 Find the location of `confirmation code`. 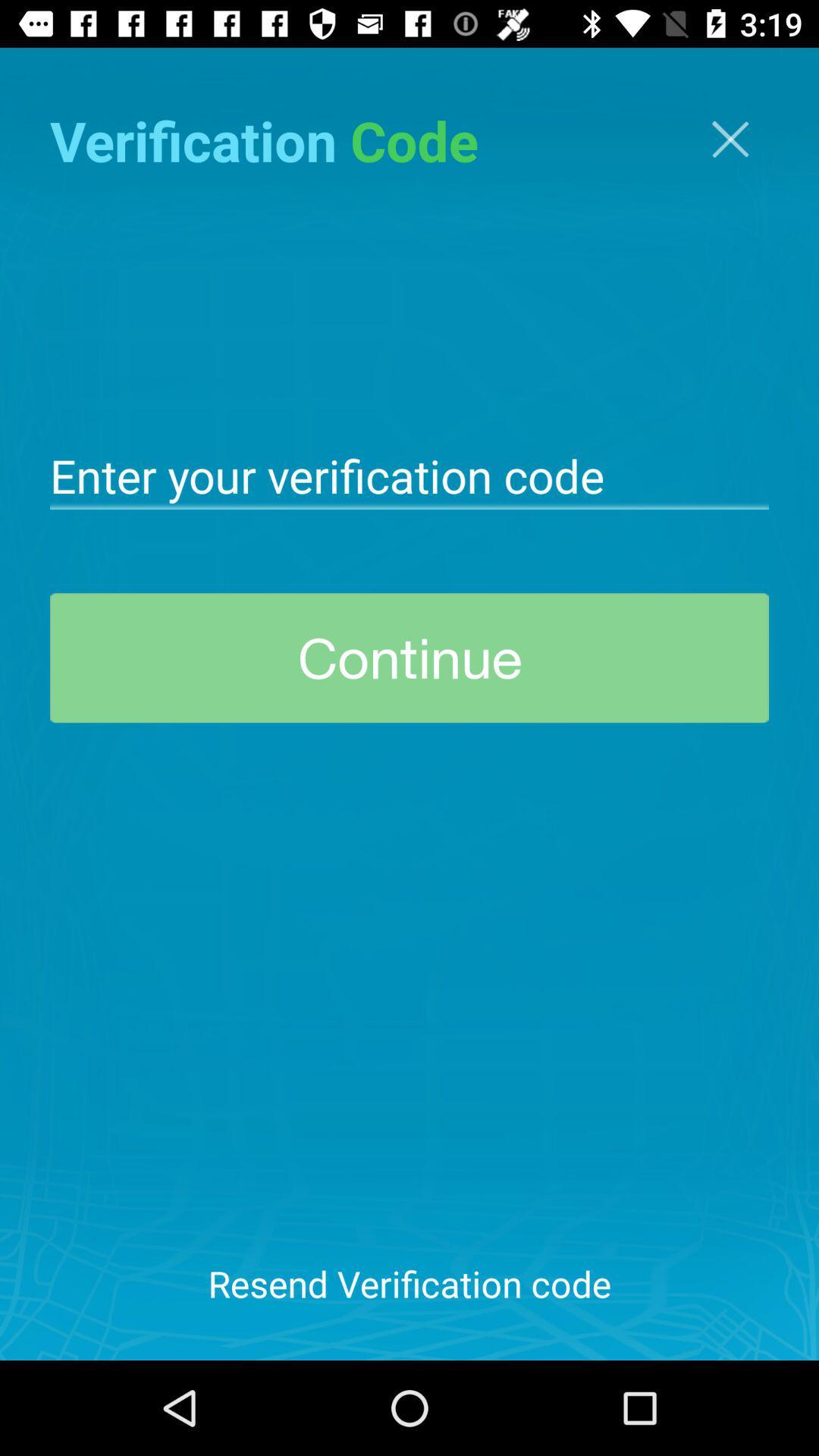

confirmation code is located at coordinates (409, 473).